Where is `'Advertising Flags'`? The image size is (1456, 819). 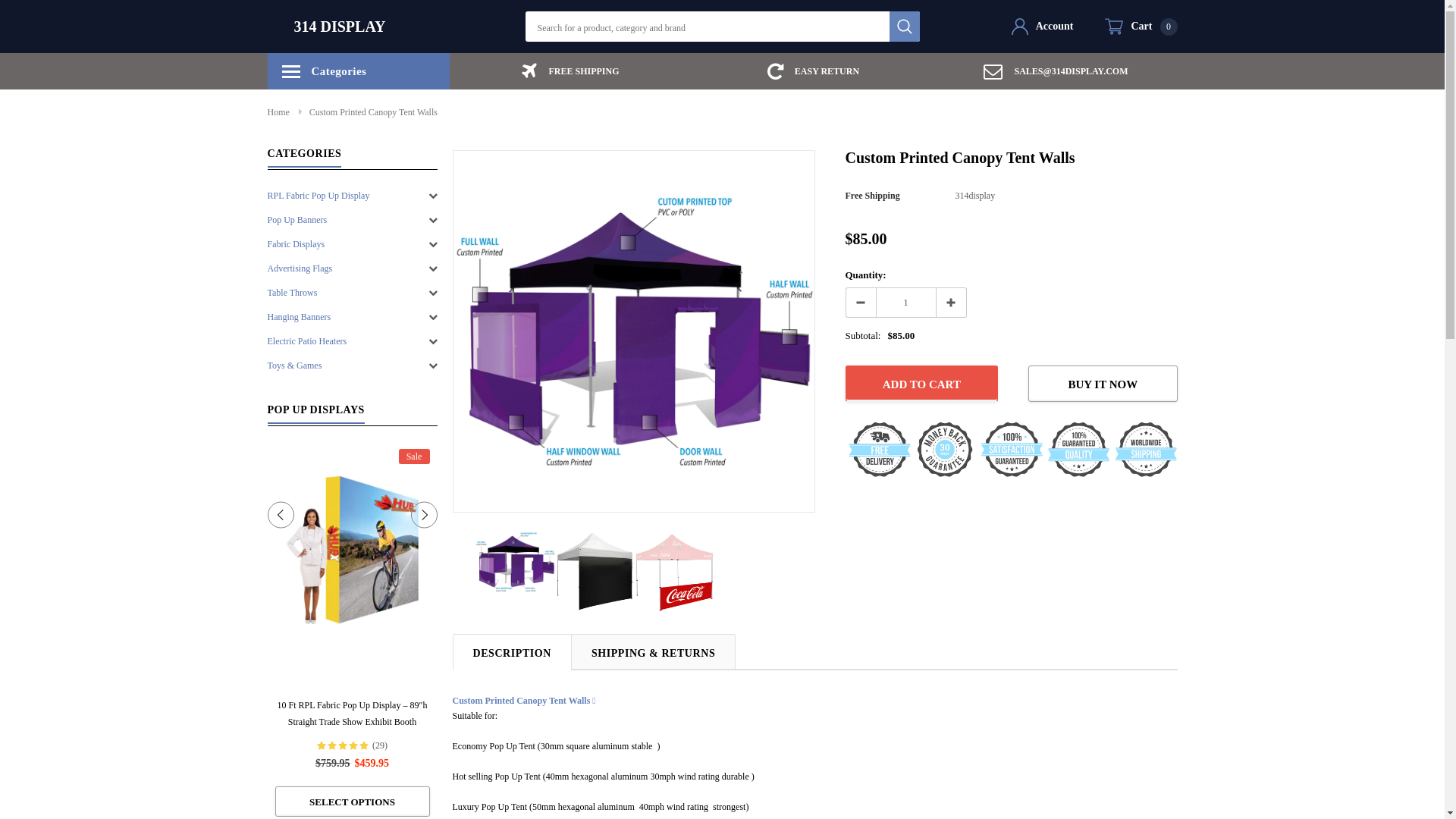 'Advertising Flags' is located at coordinates (299, 268).